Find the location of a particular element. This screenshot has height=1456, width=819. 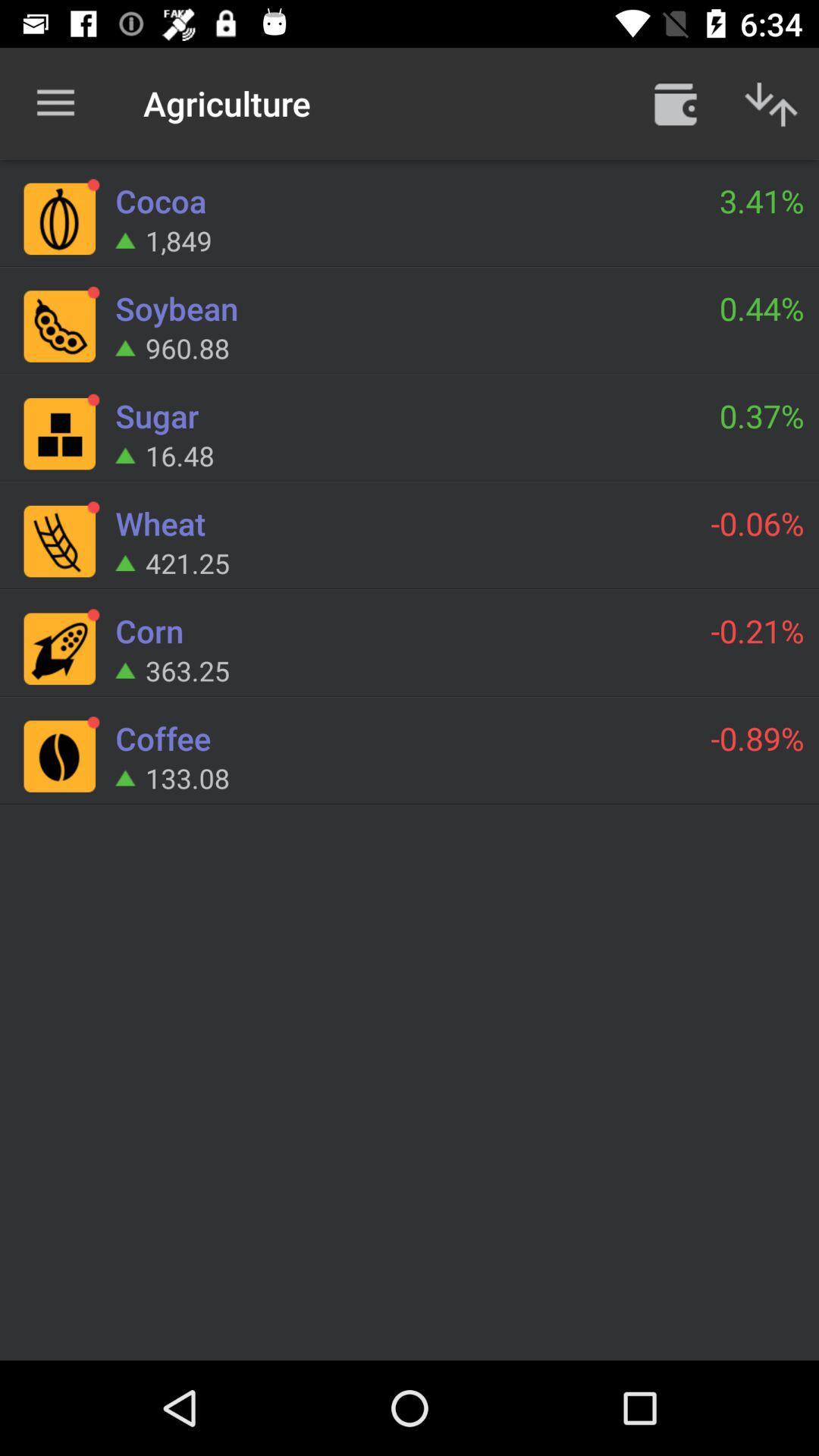

change position is located at coordinates (771, 102).